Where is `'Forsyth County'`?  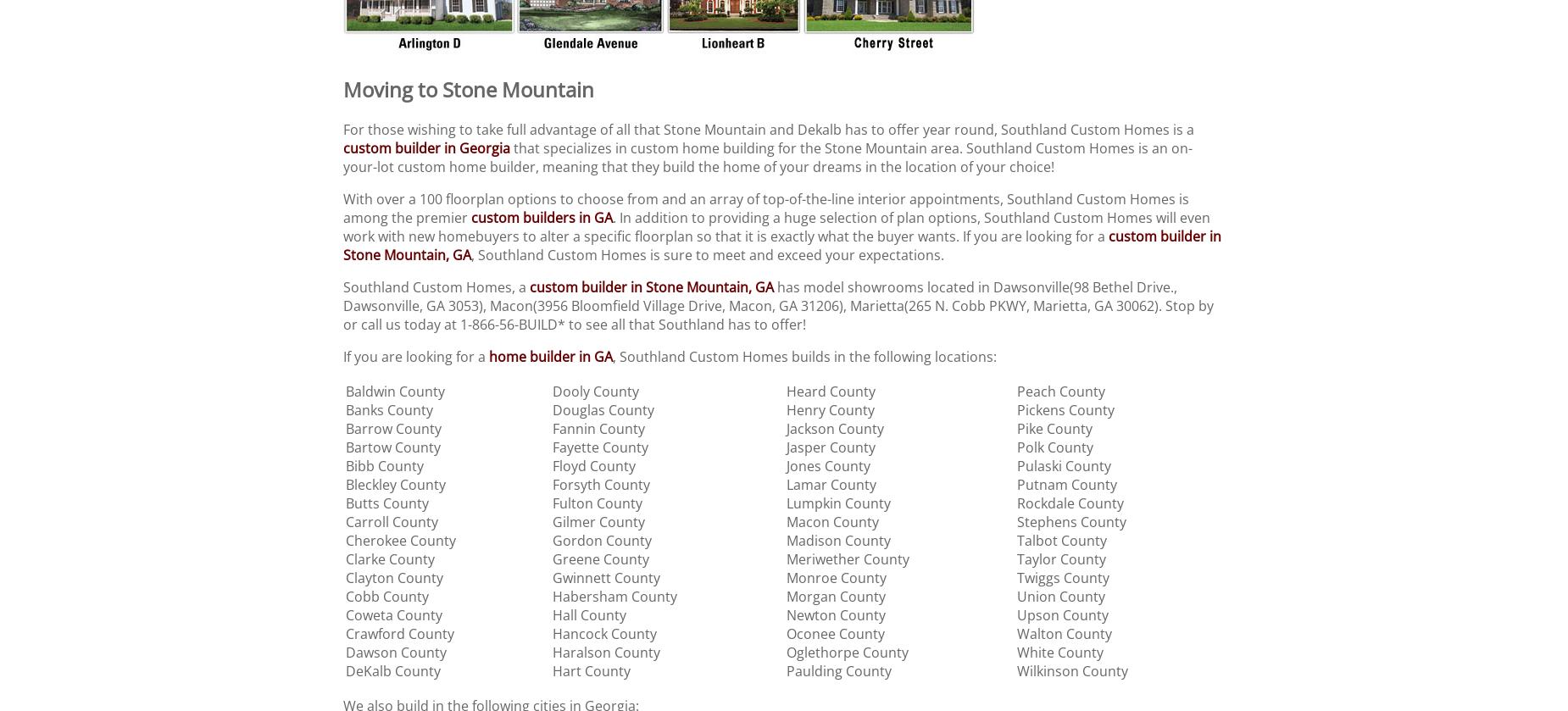 'Forsyth County' is located at coordinates (601, 483).